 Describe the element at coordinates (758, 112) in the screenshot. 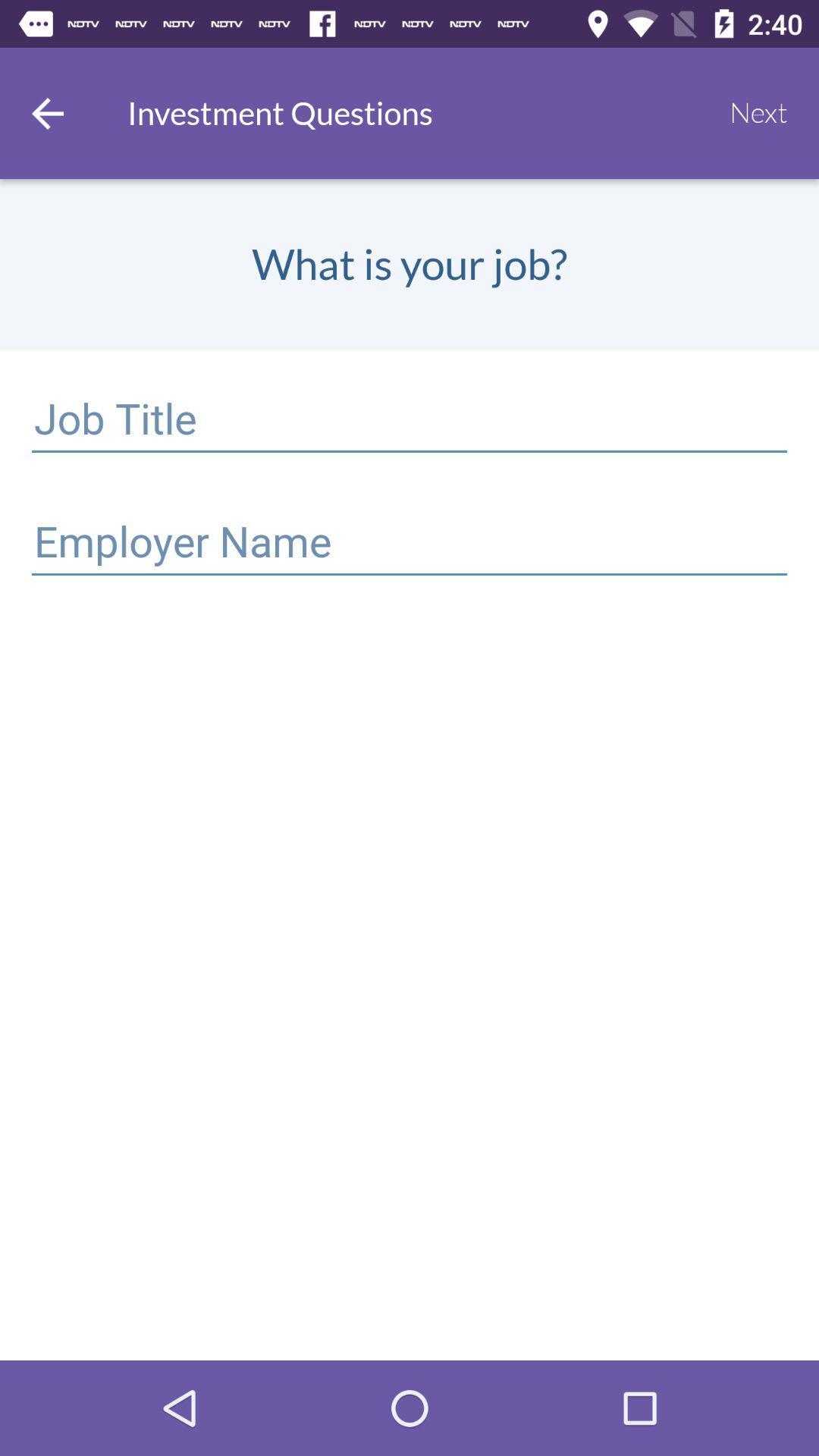

I see `icon at the top right corner` at that location.